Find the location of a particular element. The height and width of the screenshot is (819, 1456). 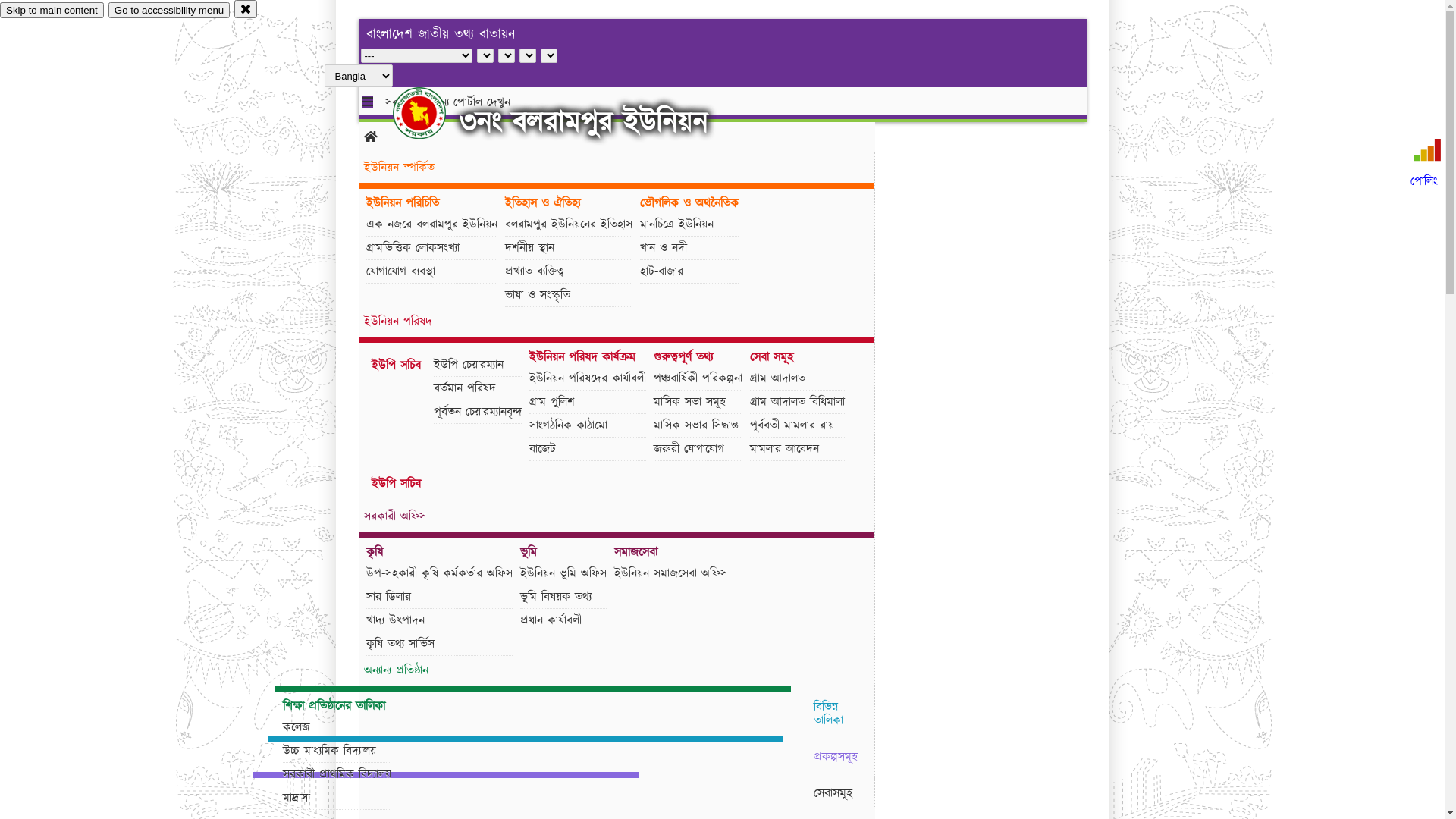

'Skip to main content' is located at coordinates (52, 10).